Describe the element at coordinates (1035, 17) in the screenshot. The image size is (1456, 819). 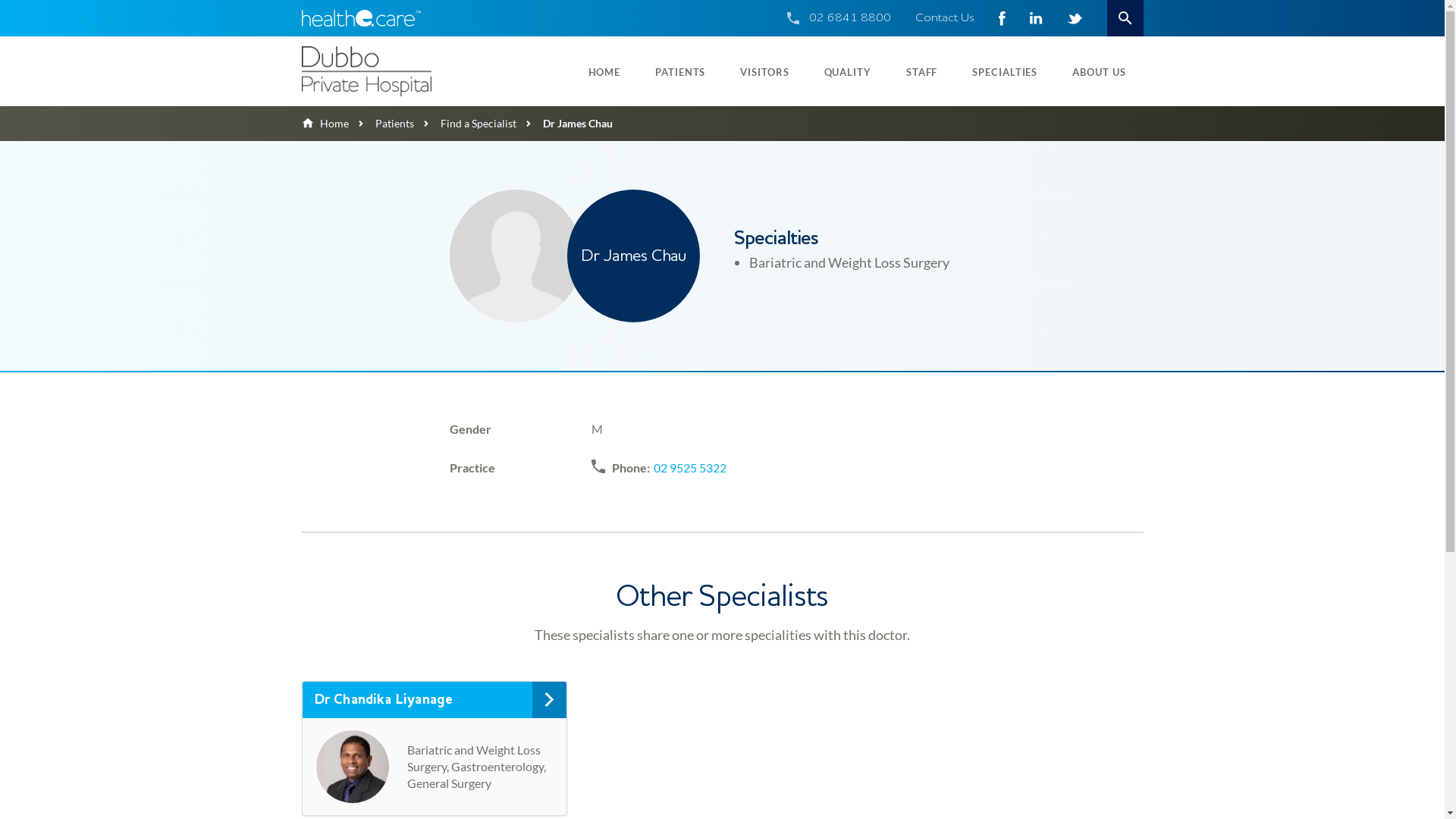
I see `'LinkedIn - 292626'` at that location.